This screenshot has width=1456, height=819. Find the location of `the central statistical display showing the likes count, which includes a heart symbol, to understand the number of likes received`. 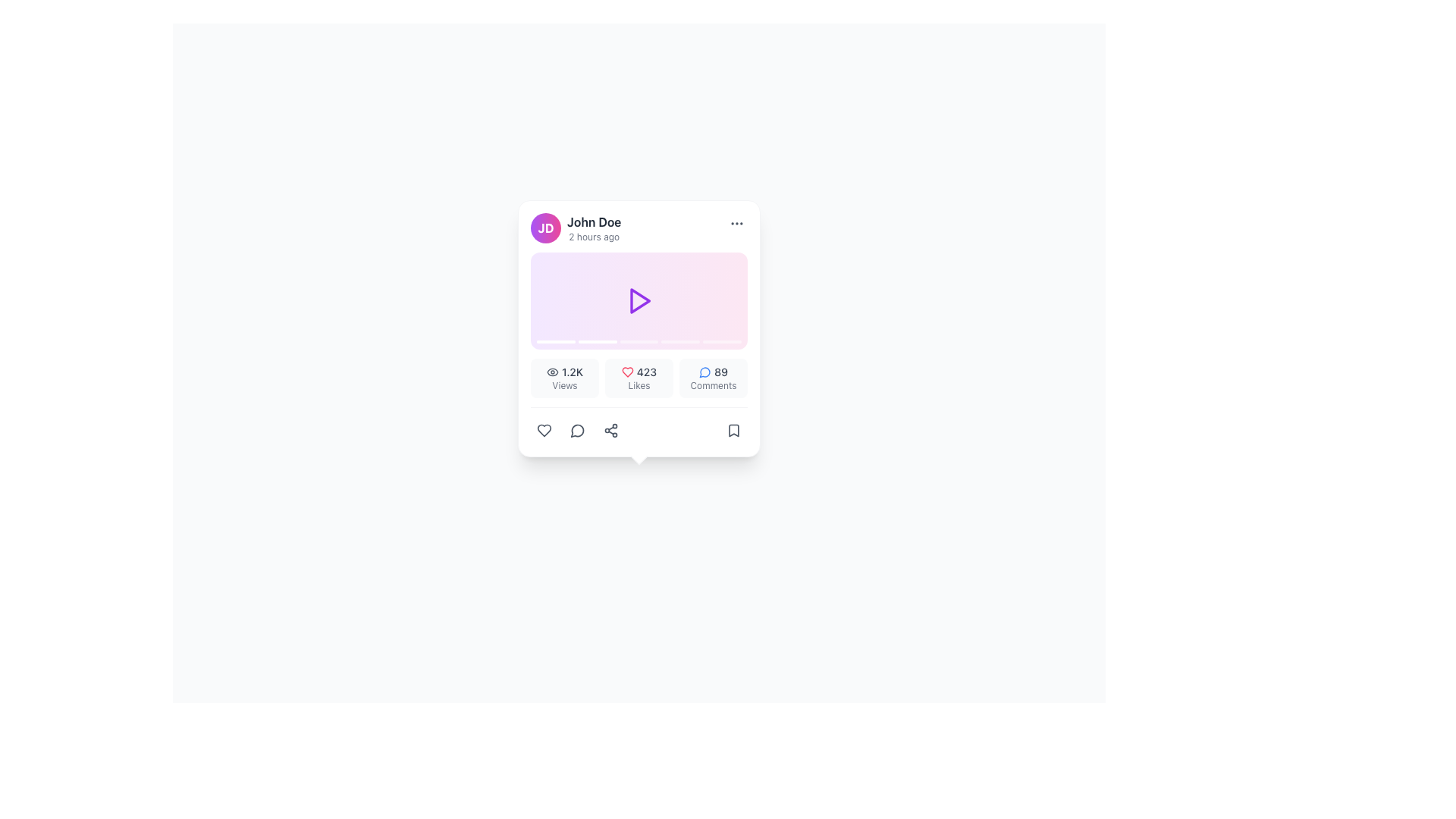

the central statistical display showing the likes count, which includes a heart symbol, to understand the number of likes received is located at coordinates (639, 372).